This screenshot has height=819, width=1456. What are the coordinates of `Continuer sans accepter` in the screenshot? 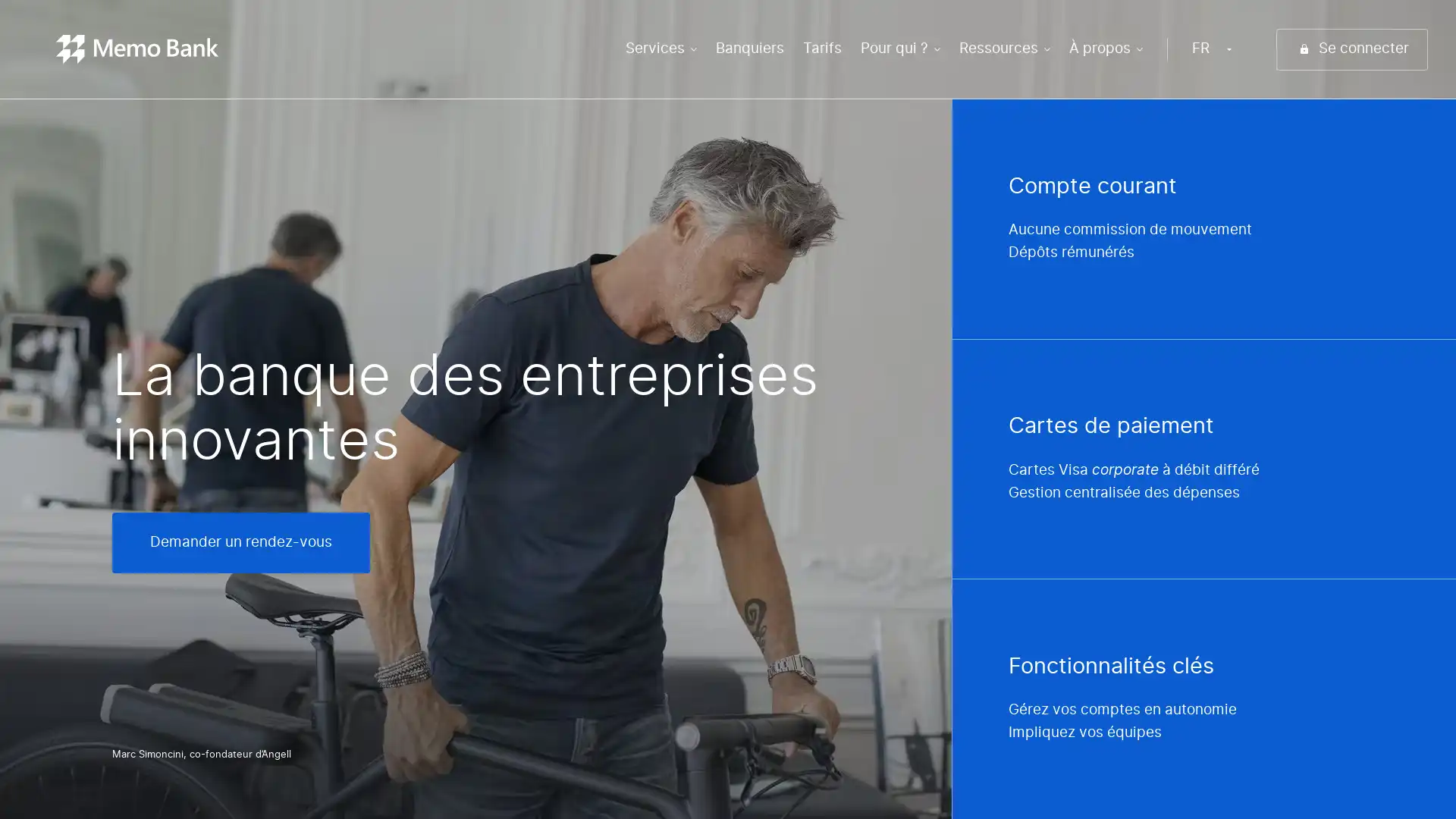 It's located at (89, 558).